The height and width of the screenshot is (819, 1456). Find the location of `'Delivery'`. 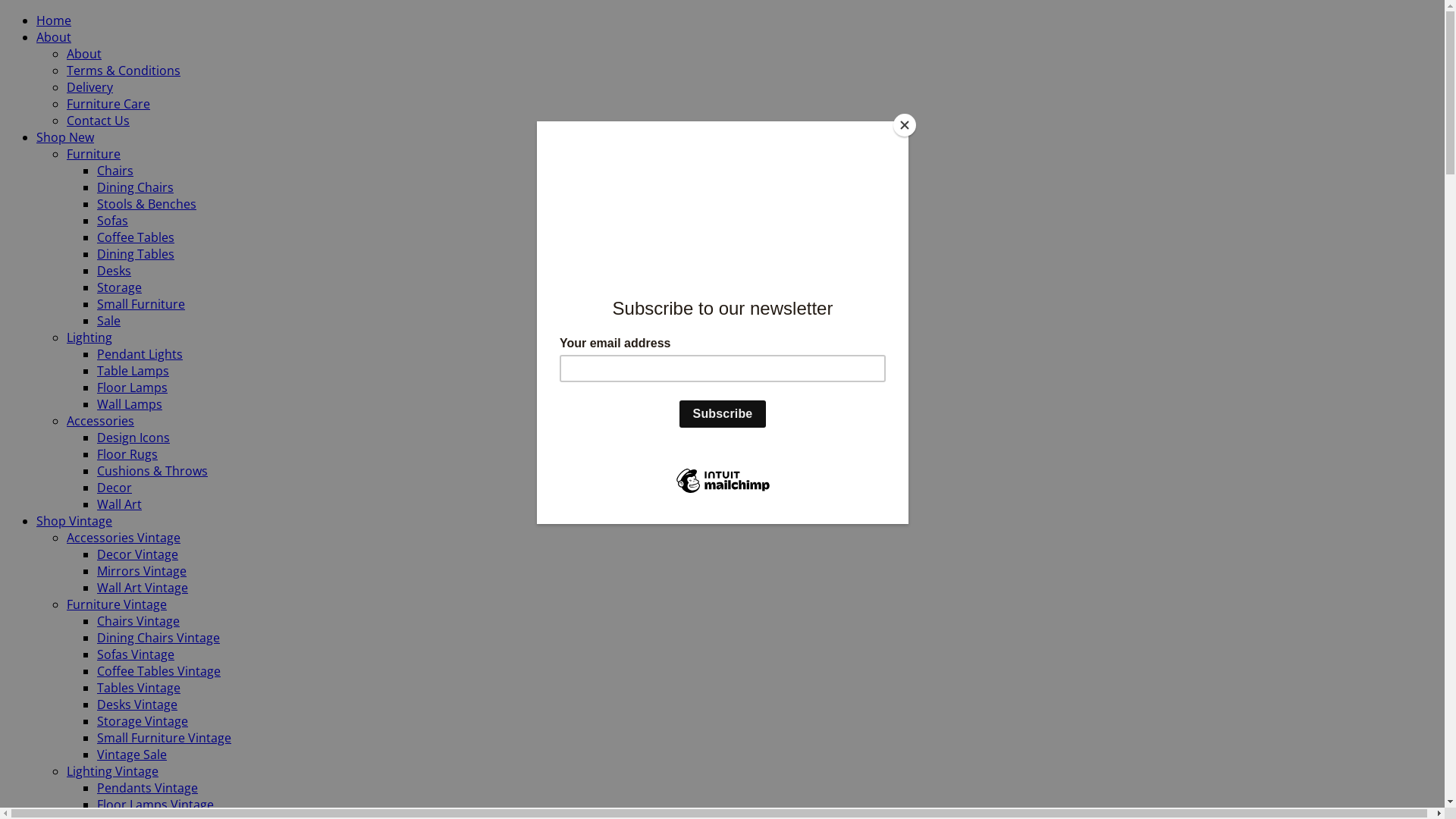

'Delivery' is located at coordinates (65, 87).